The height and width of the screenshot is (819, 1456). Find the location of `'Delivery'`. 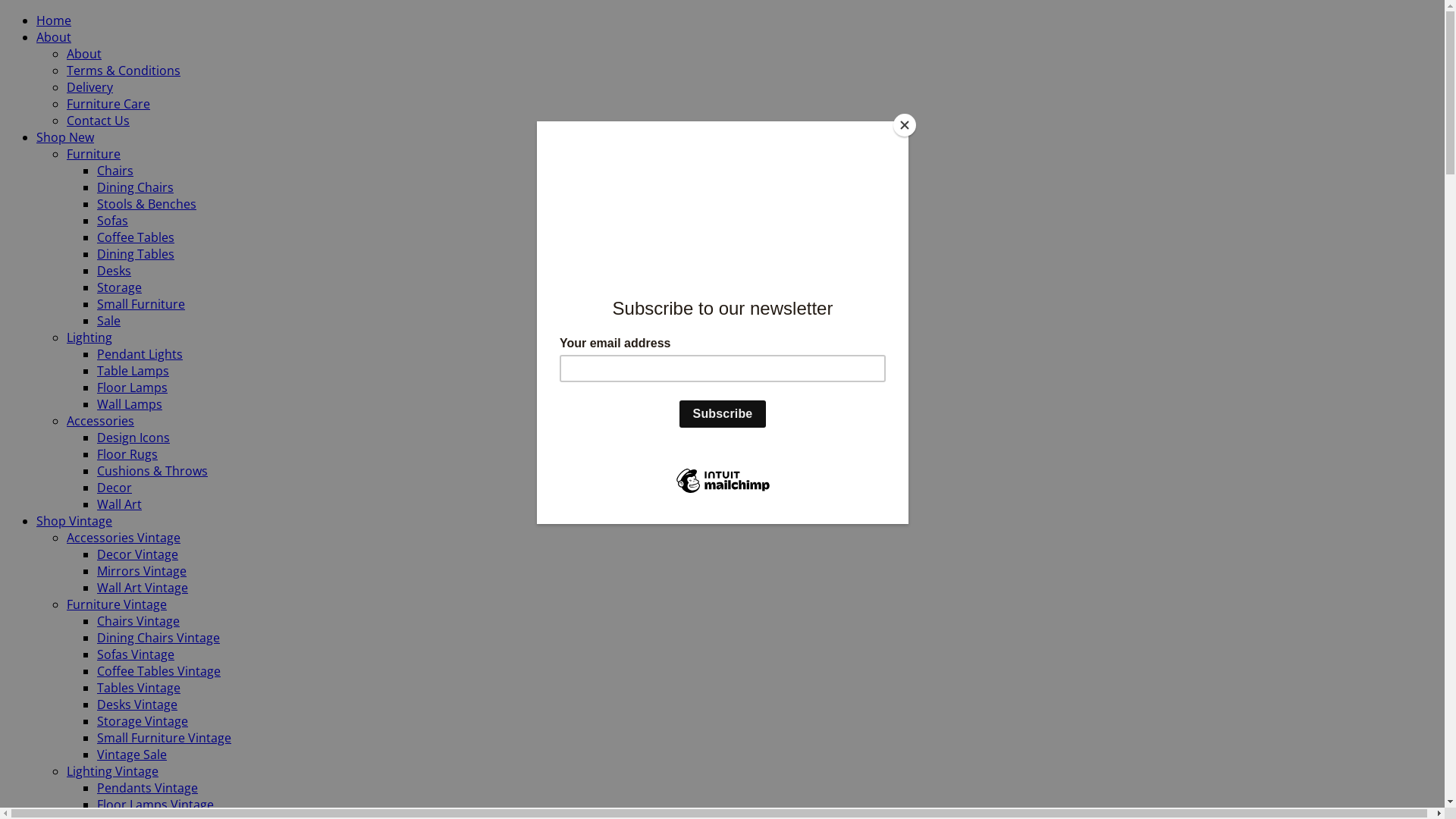

'Delivery' is located at coordinates (65, 87).